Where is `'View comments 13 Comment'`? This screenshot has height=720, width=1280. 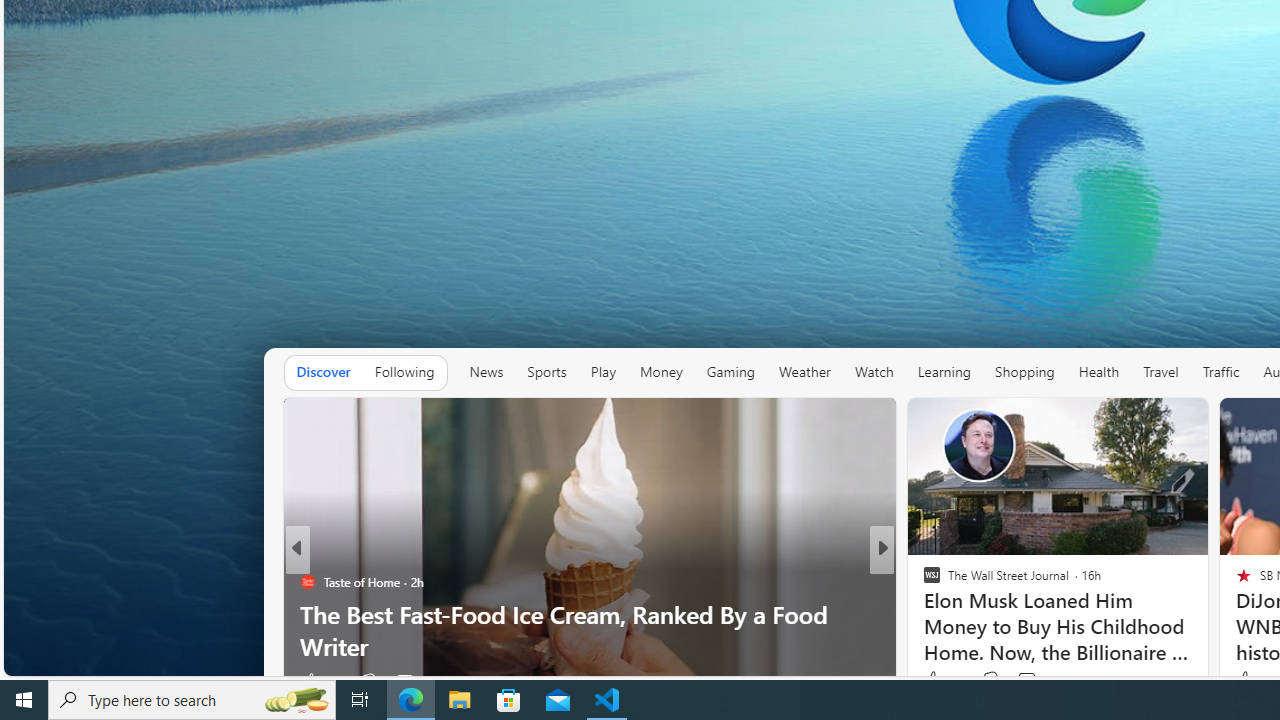 'View comments 13 Comment' is located at coordinates (1020, 680).